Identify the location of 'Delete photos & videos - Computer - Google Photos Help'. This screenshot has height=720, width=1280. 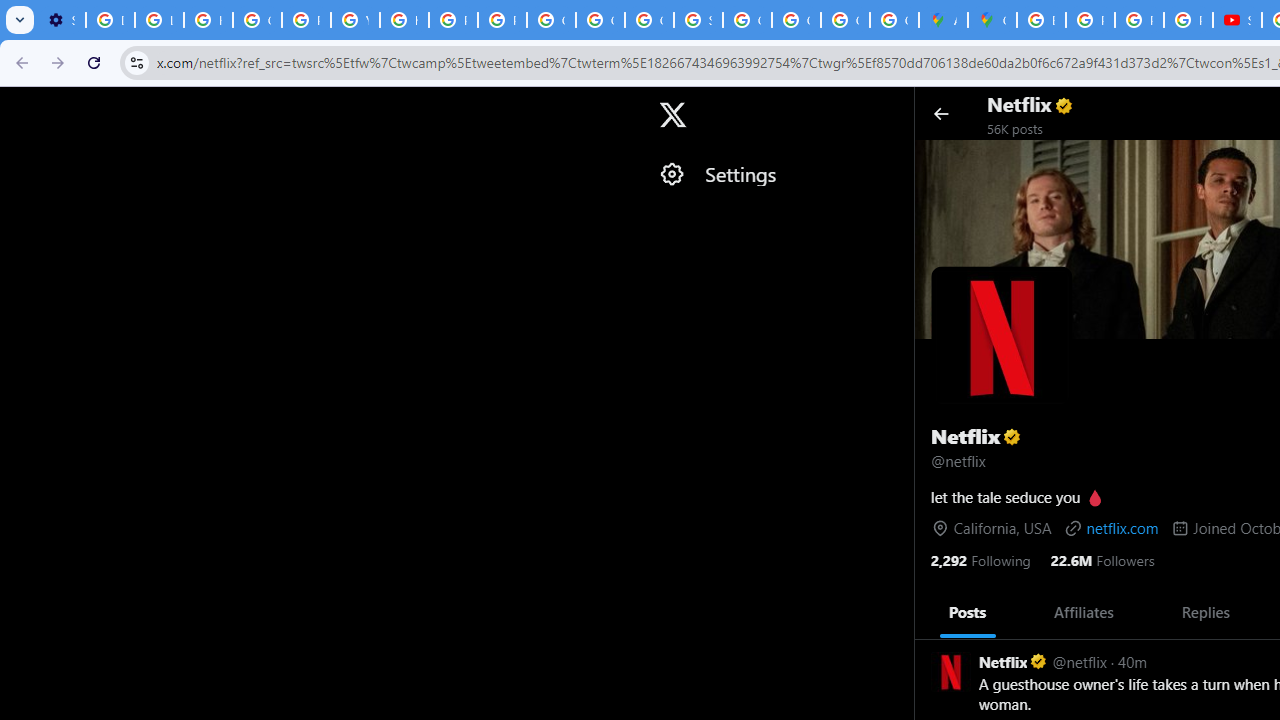
(109, 20).